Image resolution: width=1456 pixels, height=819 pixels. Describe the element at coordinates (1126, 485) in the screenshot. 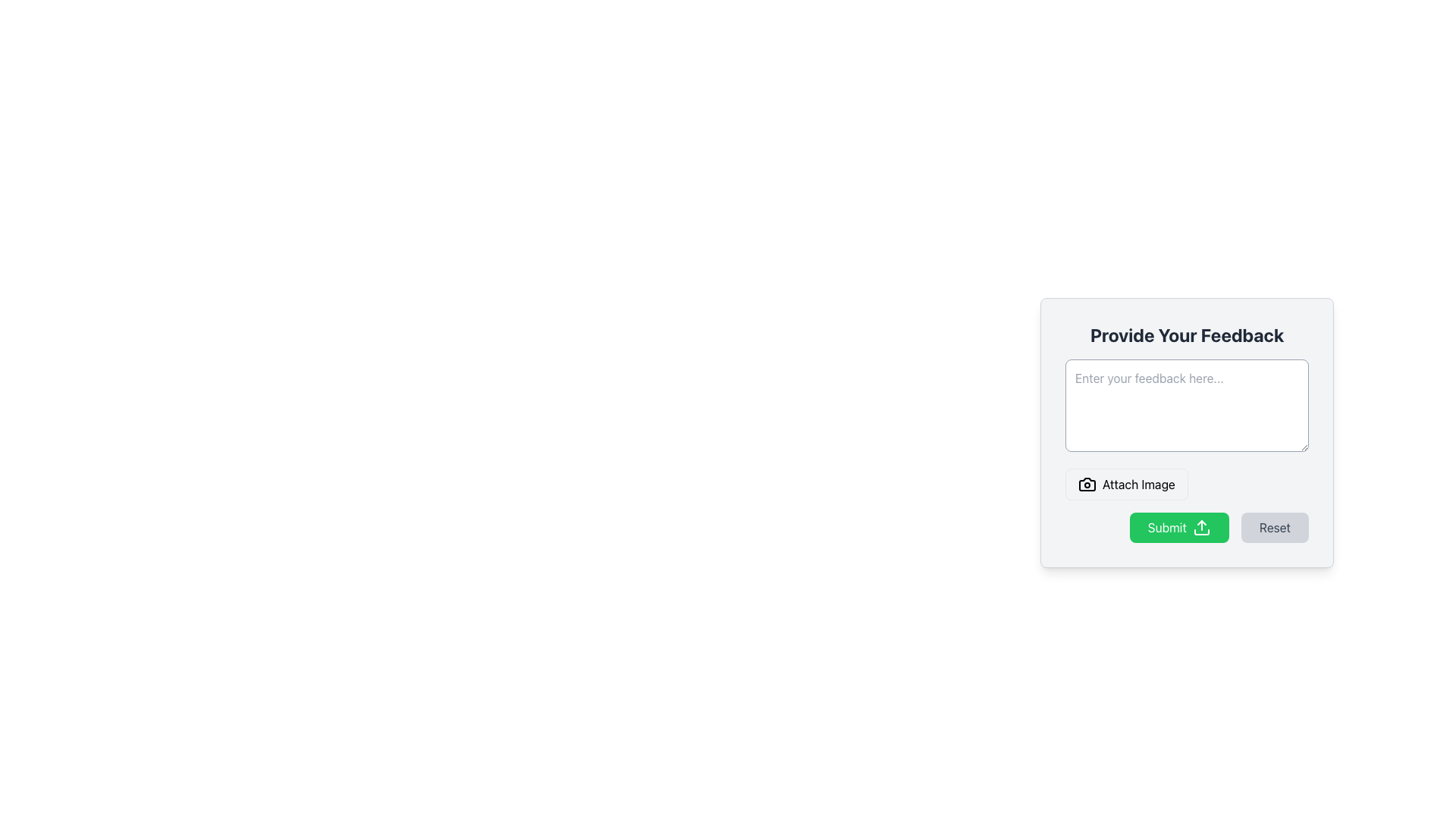

I see `the 'Attach Image' button located in the bottom left corner of the feedback form` at that location.